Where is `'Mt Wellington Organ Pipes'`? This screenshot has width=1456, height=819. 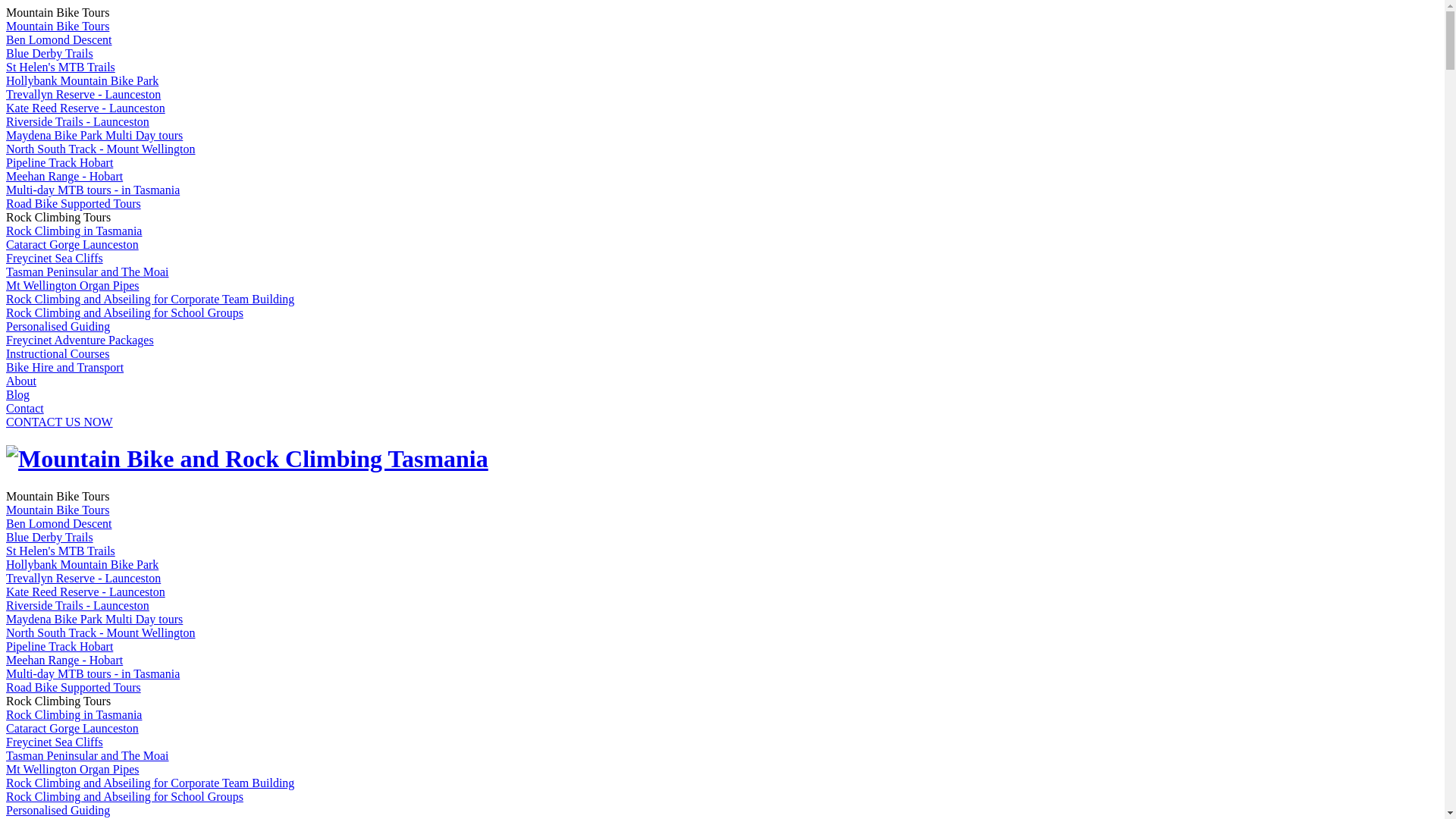 'Mt Wellington Organ Pipes' is located at coordinates (71, 285).